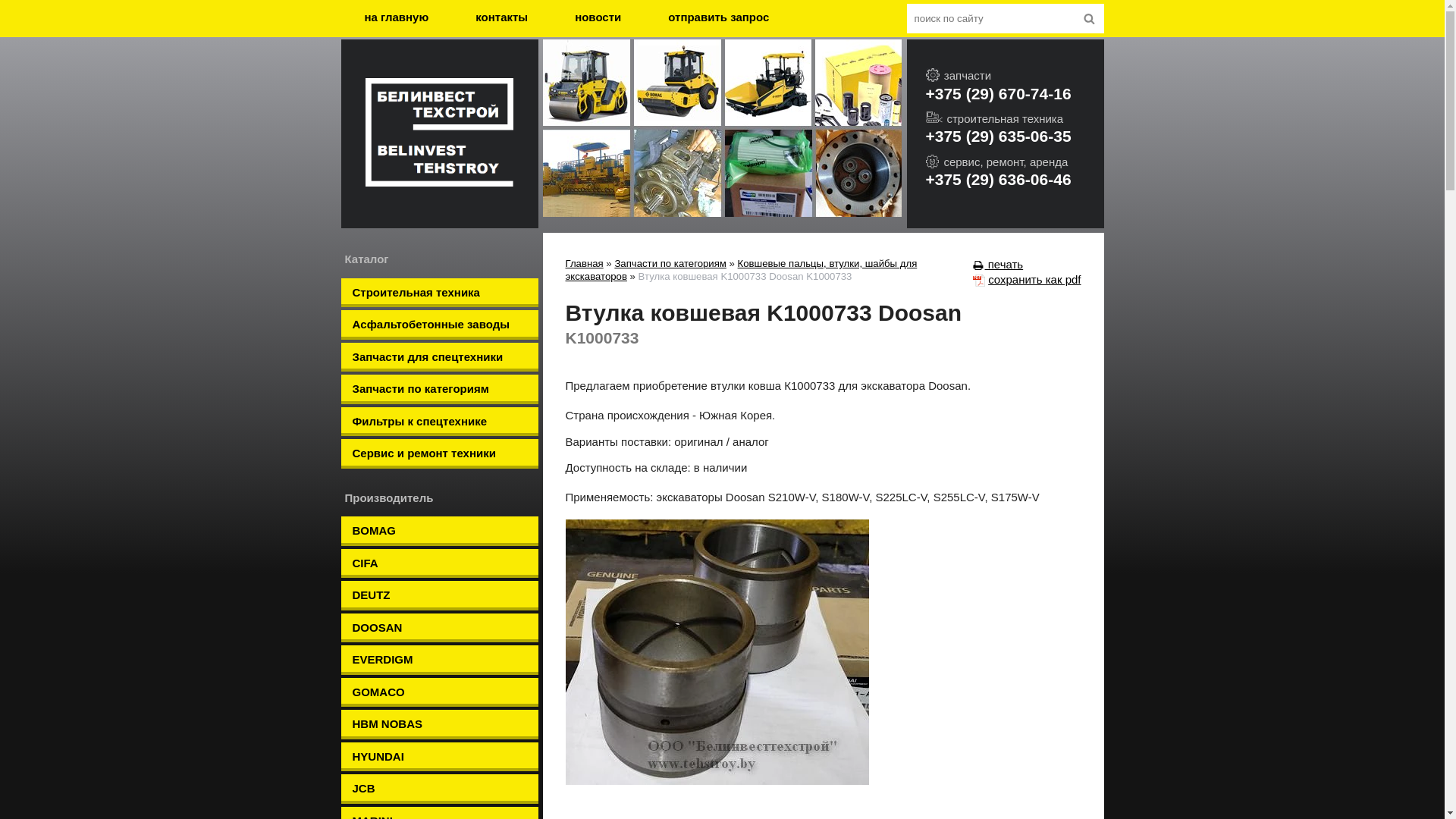 This screenshot has height=819, width=1456. Describe the element at coordinates (439, 530) in the screenshot. I see `'BOMAG'` at that location.